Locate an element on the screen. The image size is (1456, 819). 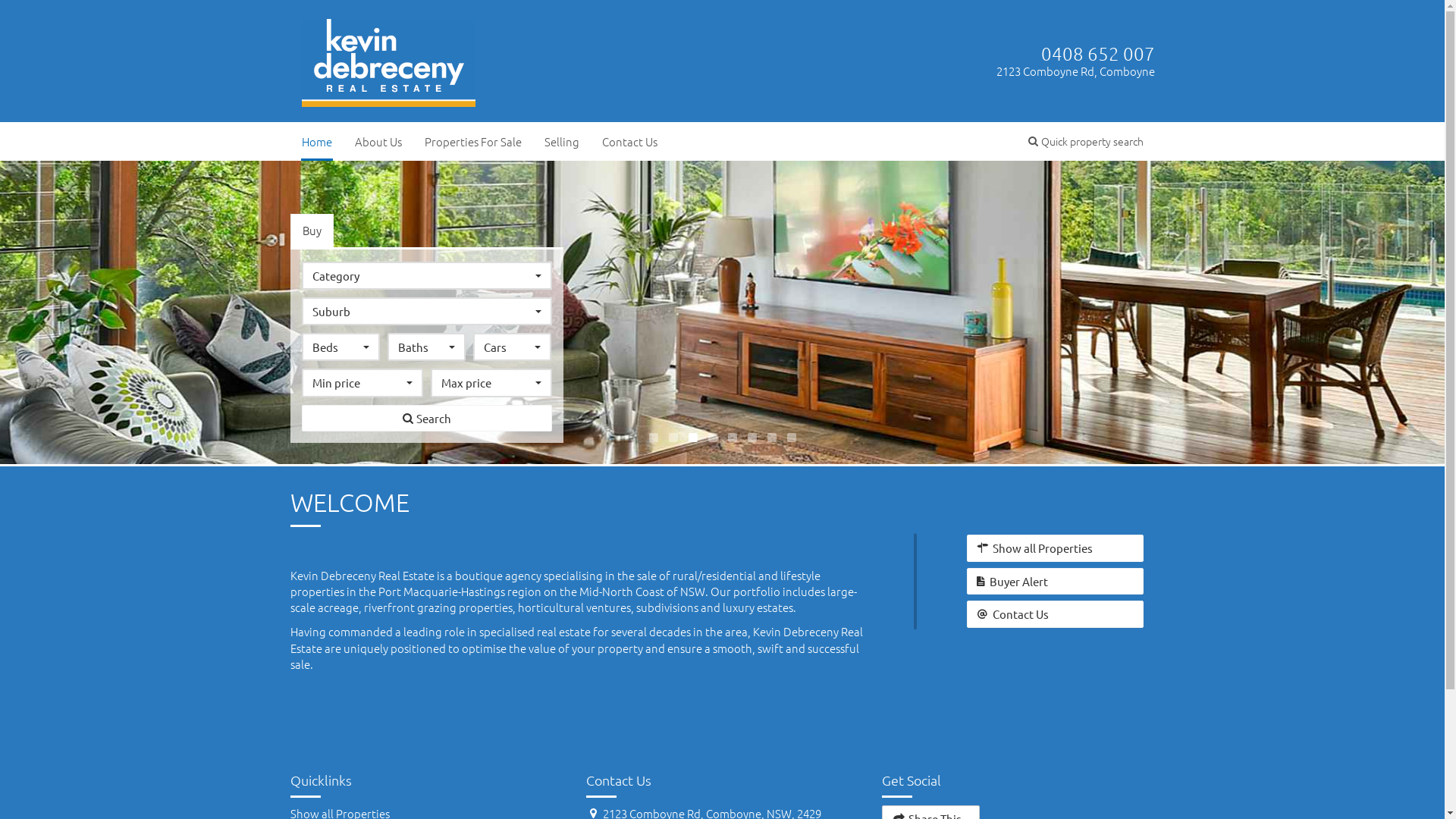
'Buy' is located at coordinates (290, 230).